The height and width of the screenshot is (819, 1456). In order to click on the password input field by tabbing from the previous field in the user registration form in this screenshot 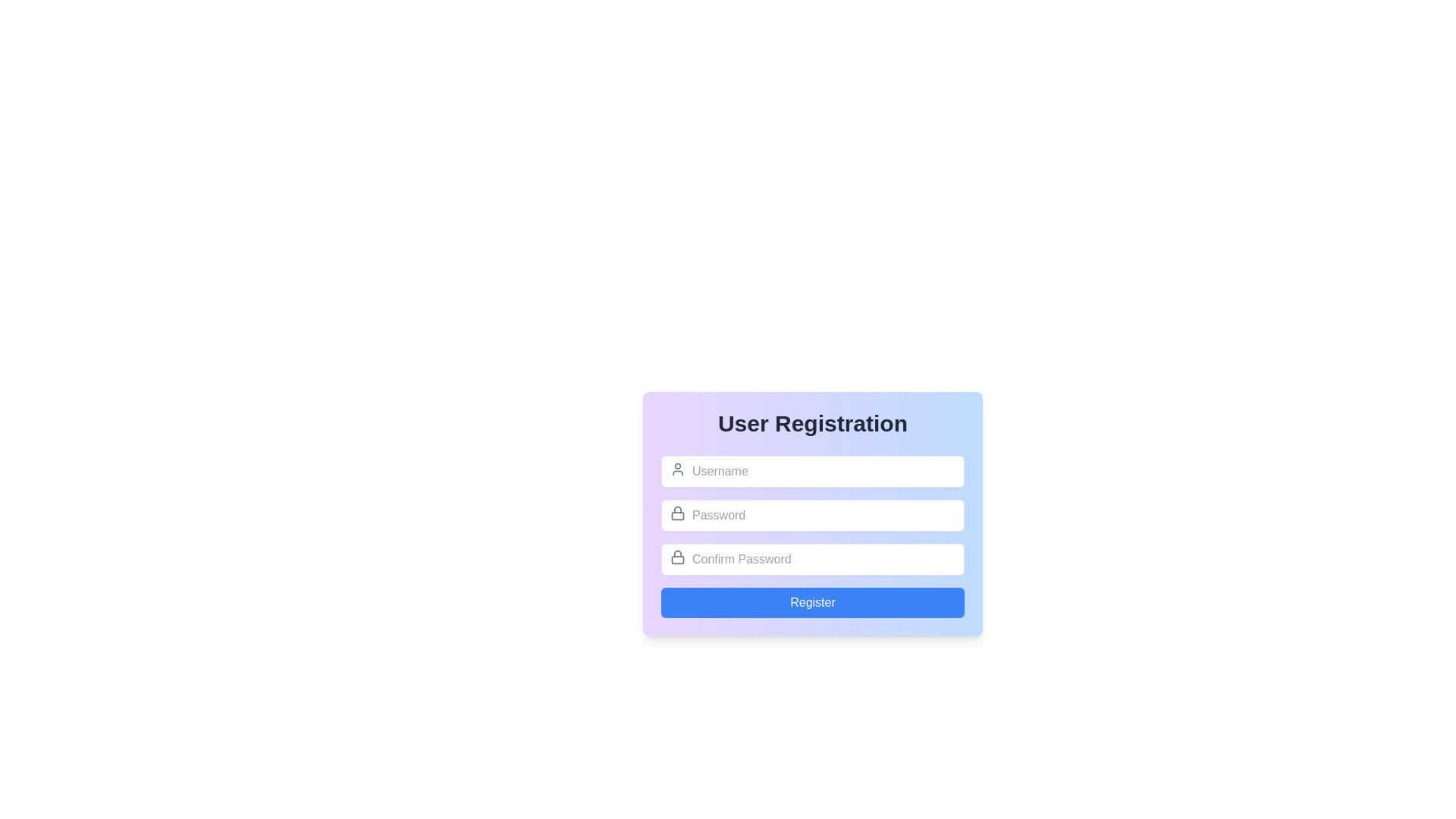, I will do `click(811, 514)`.